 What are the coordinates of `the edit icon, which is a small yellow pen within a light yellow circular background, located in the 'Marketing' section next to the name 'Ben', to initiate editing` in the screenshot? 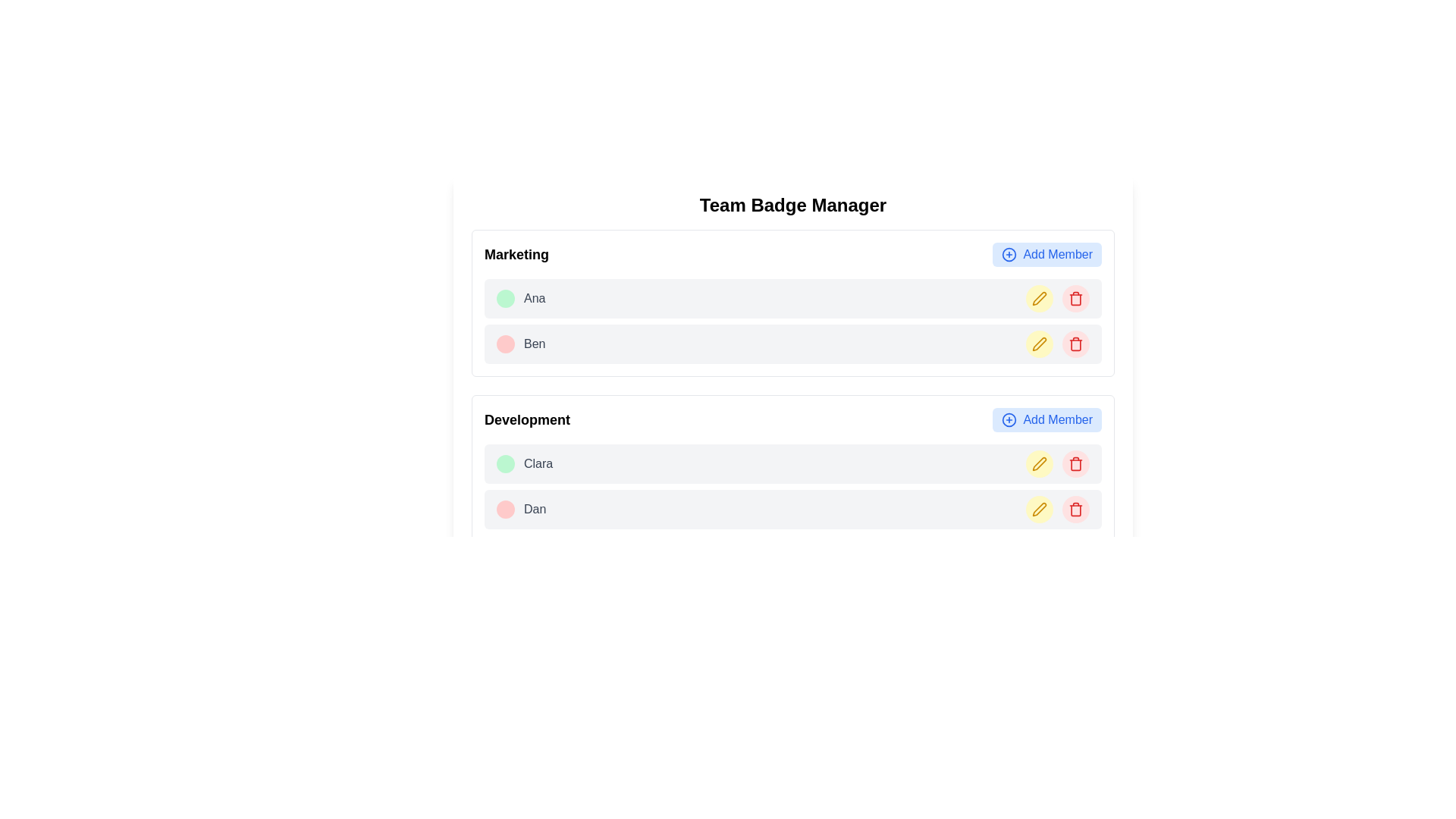 It's located at (1039, 298).